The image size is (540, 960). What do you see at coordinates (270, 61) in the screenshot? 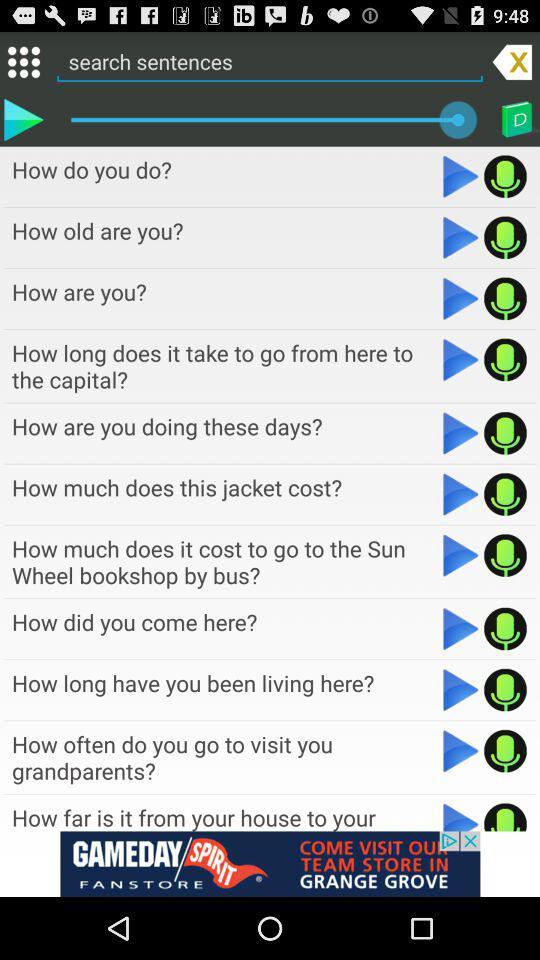
I see `search bar` at bounding box center [270, 61].